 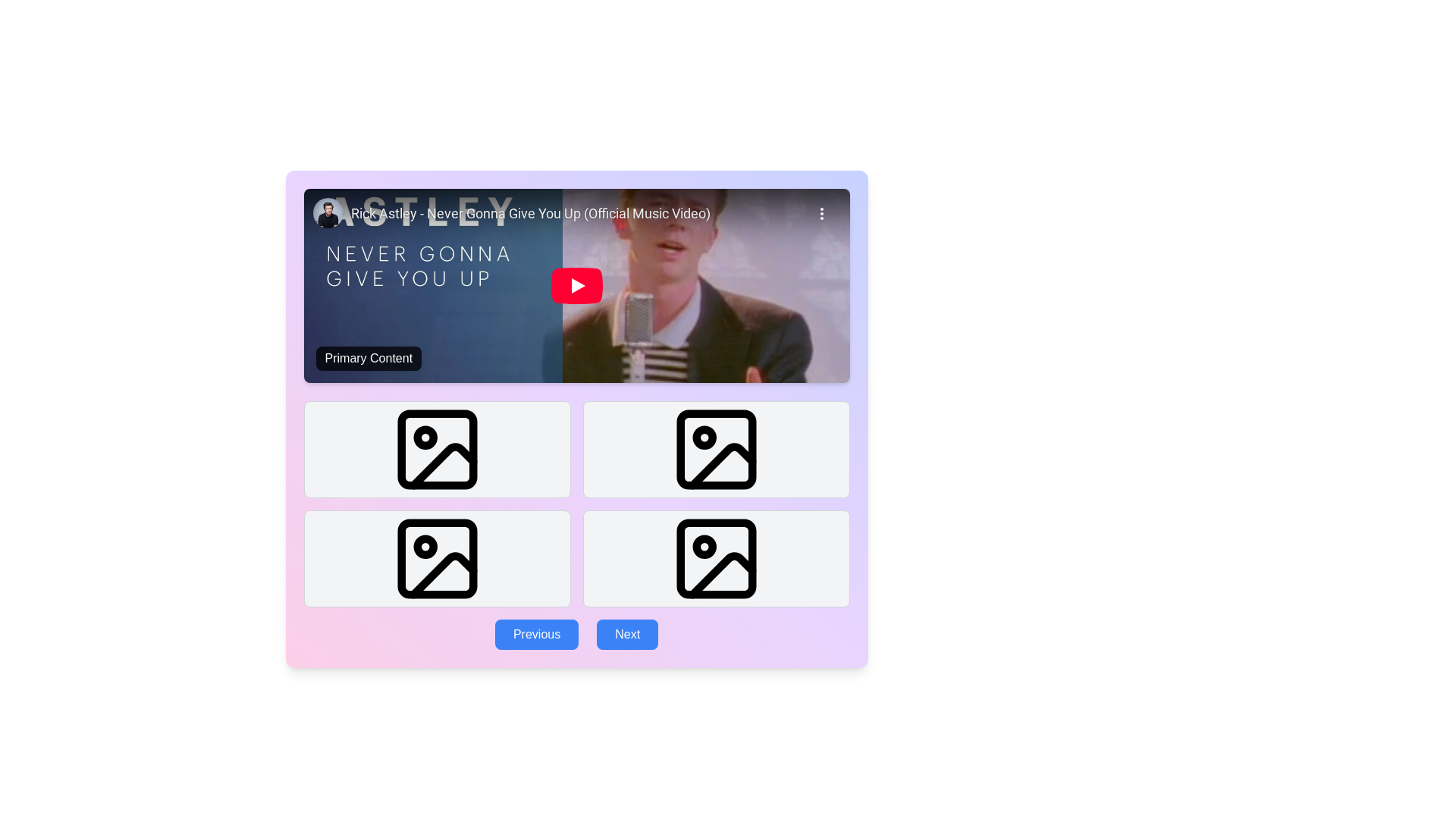 I want to click on the decorative shape located in the rightmost image placeholder of the bottom row in a 2x3 grid layout, so click(x=715, y=558).